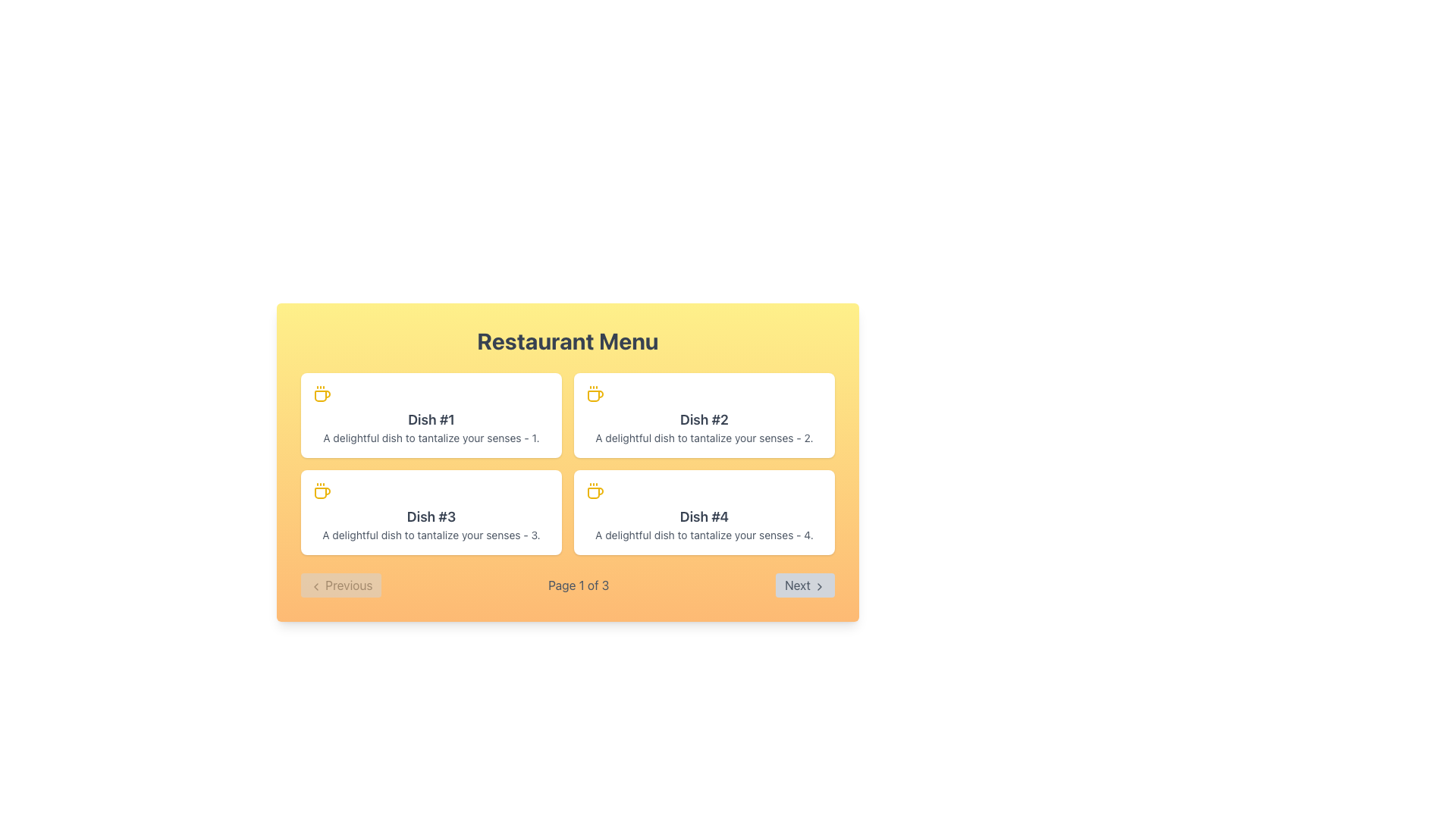  What do you see at coordinates (704, 438) in the screenshot?
I see `descriptive text for 'Dish #2' located in the top-right card of the restaurant menu` at bounding box center [704, 438].